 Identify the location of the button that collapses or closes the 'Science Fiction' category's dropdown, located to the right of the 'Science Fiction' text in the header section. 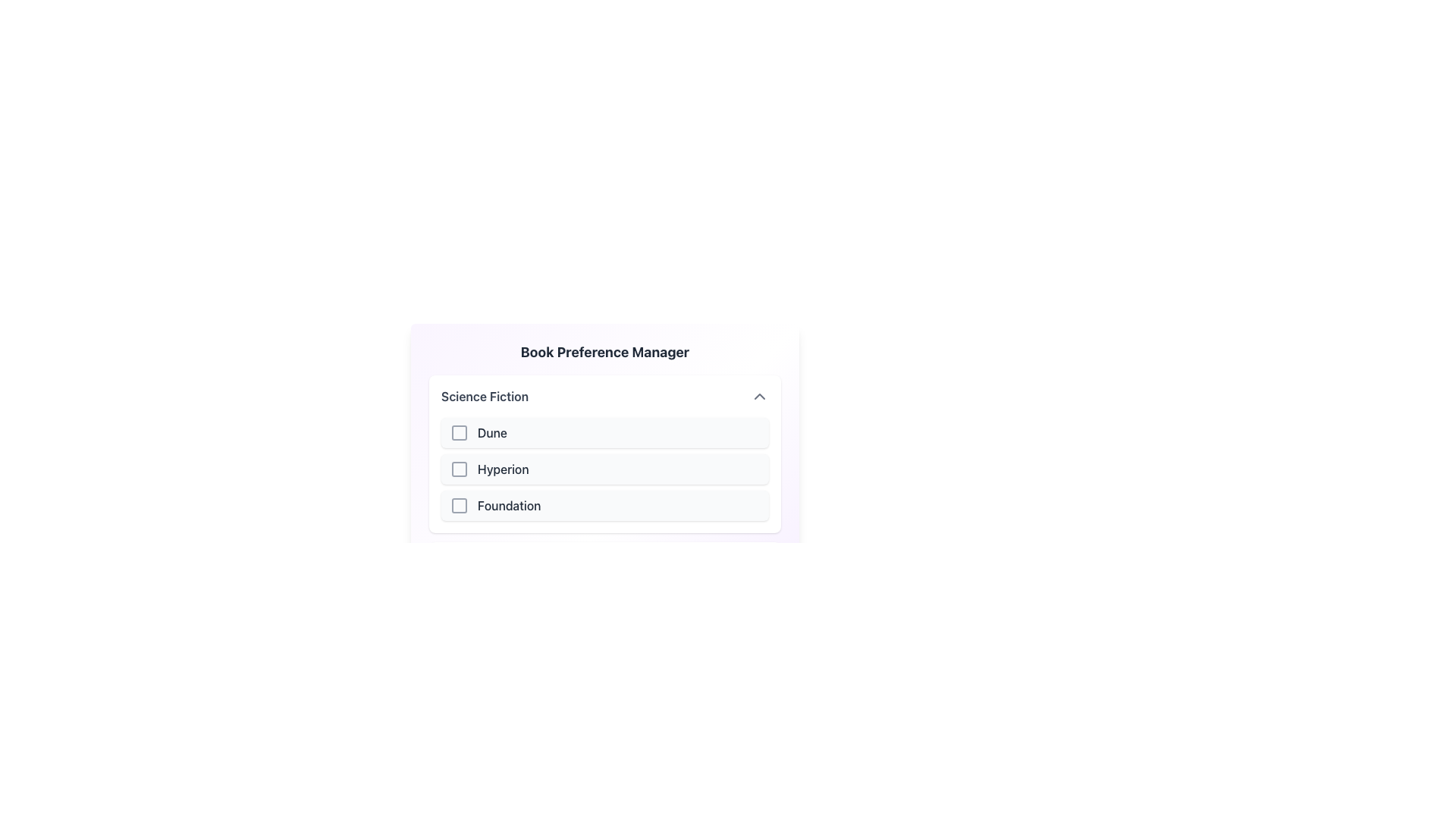
(760, 396).